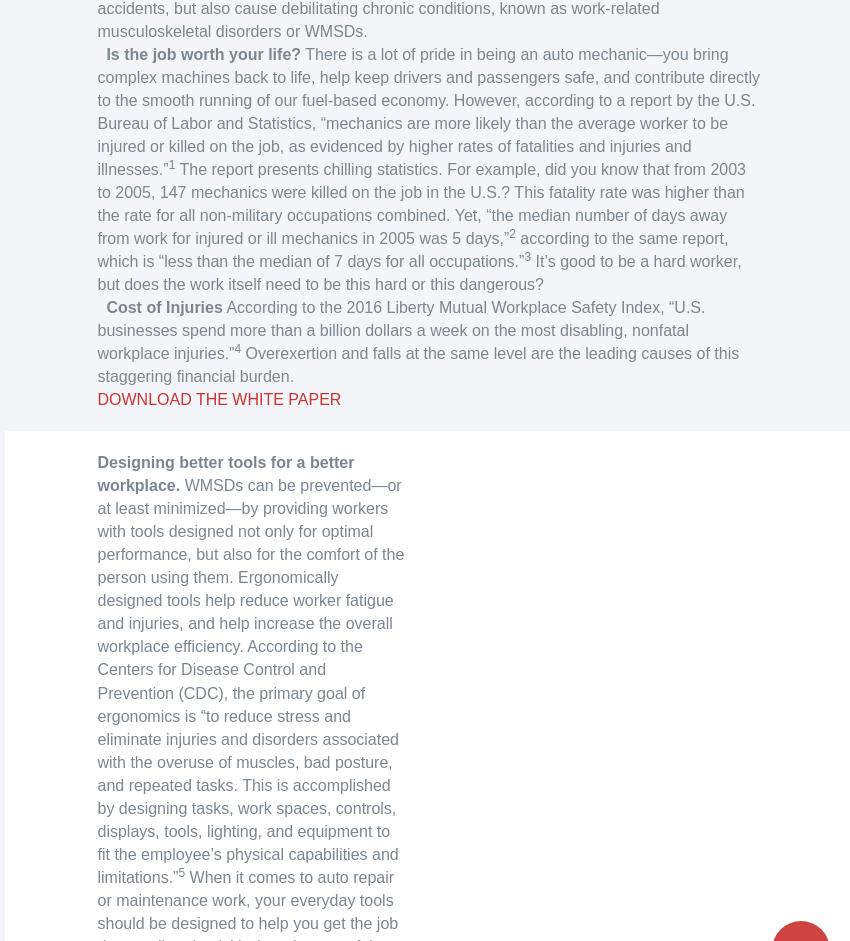  Describe the element at coordinates (180, 872) in the screenshot. I see `'5'` at that location.